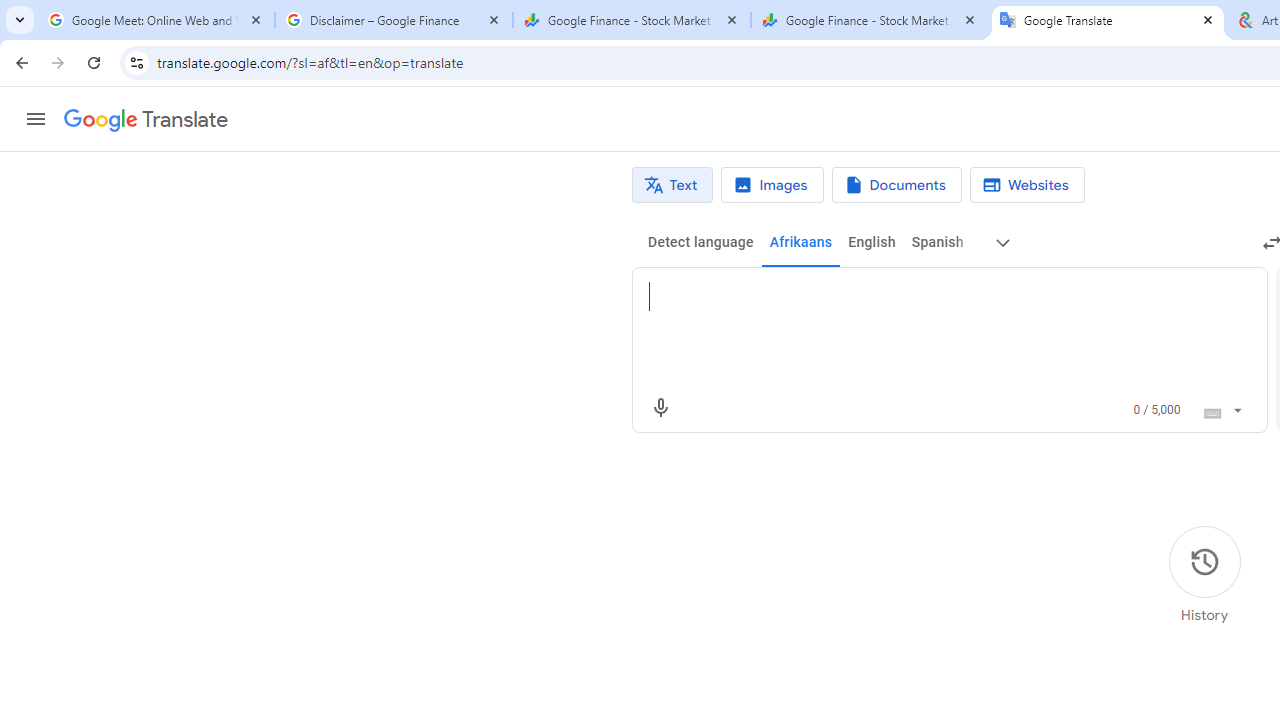 This screenshot has height=720, width=1280. What do you see at coordinates (1027, 185) in the screenshot?
I see `'Website translation'` at bounding box center [1027, 185].